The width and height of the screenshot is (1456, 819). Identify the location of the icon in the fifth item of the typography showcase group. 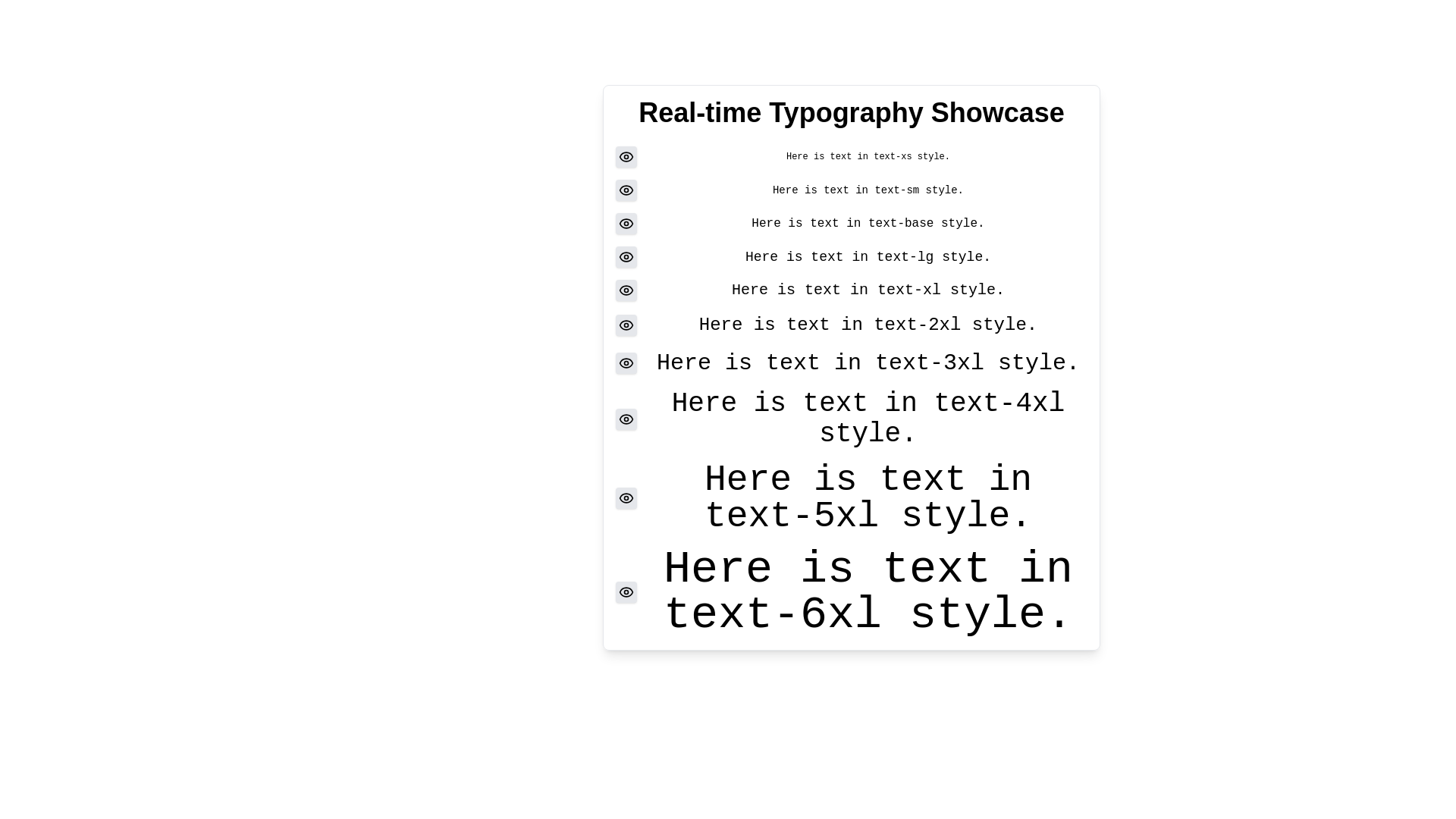
(852, 290).